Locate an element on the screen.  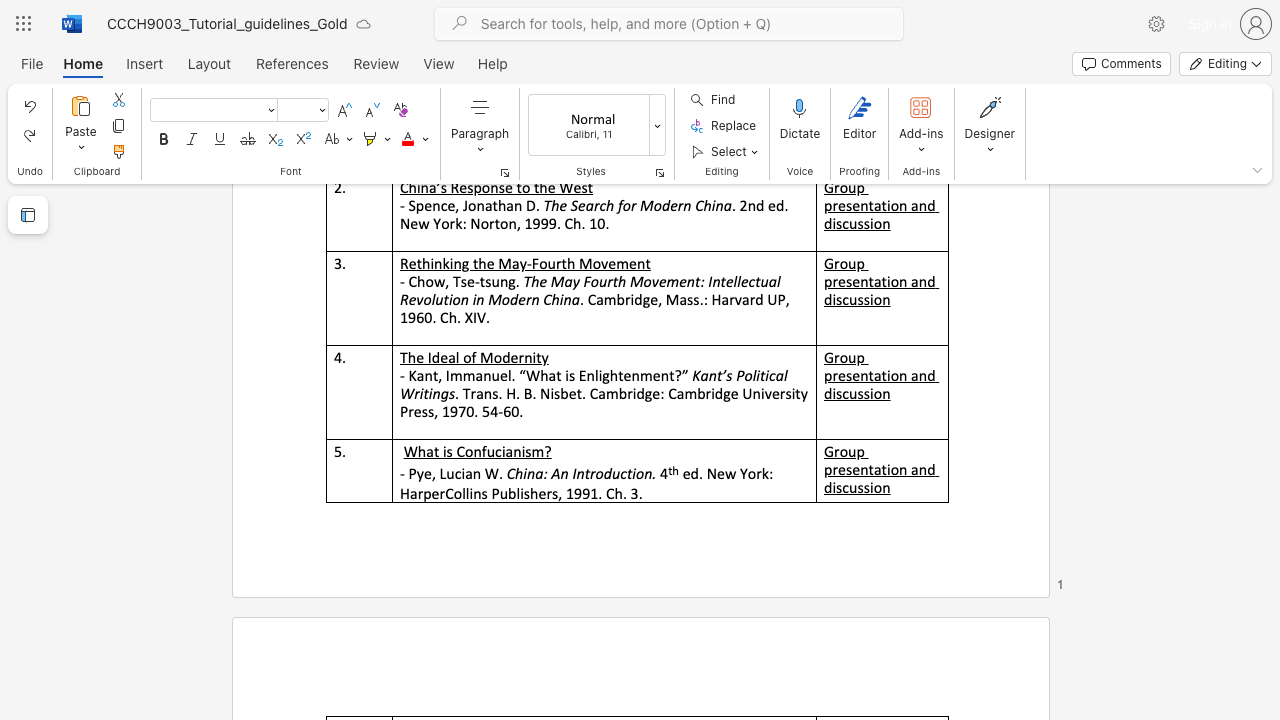
the subset text "China" within the text "China: An Introduction." is located at coordinates (506, 474).